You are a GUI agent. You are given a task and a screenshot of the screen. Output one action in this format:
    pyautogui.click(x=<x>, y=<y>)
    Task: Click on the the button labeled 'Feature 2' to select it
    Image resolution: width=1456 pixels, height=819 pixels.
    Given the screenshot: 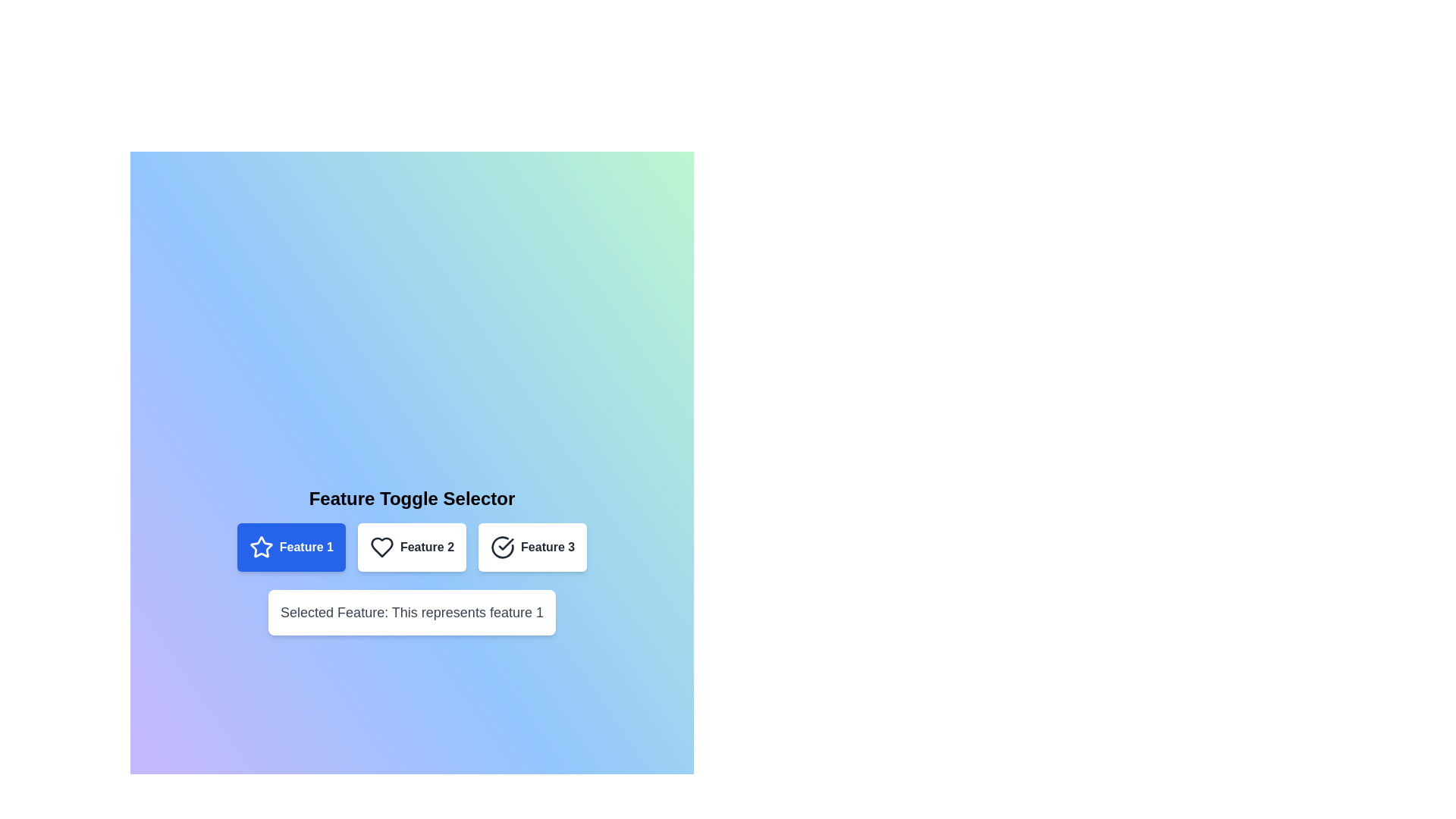 What is the action you would take?
    pyautogui.click(x=412, y=547)
    